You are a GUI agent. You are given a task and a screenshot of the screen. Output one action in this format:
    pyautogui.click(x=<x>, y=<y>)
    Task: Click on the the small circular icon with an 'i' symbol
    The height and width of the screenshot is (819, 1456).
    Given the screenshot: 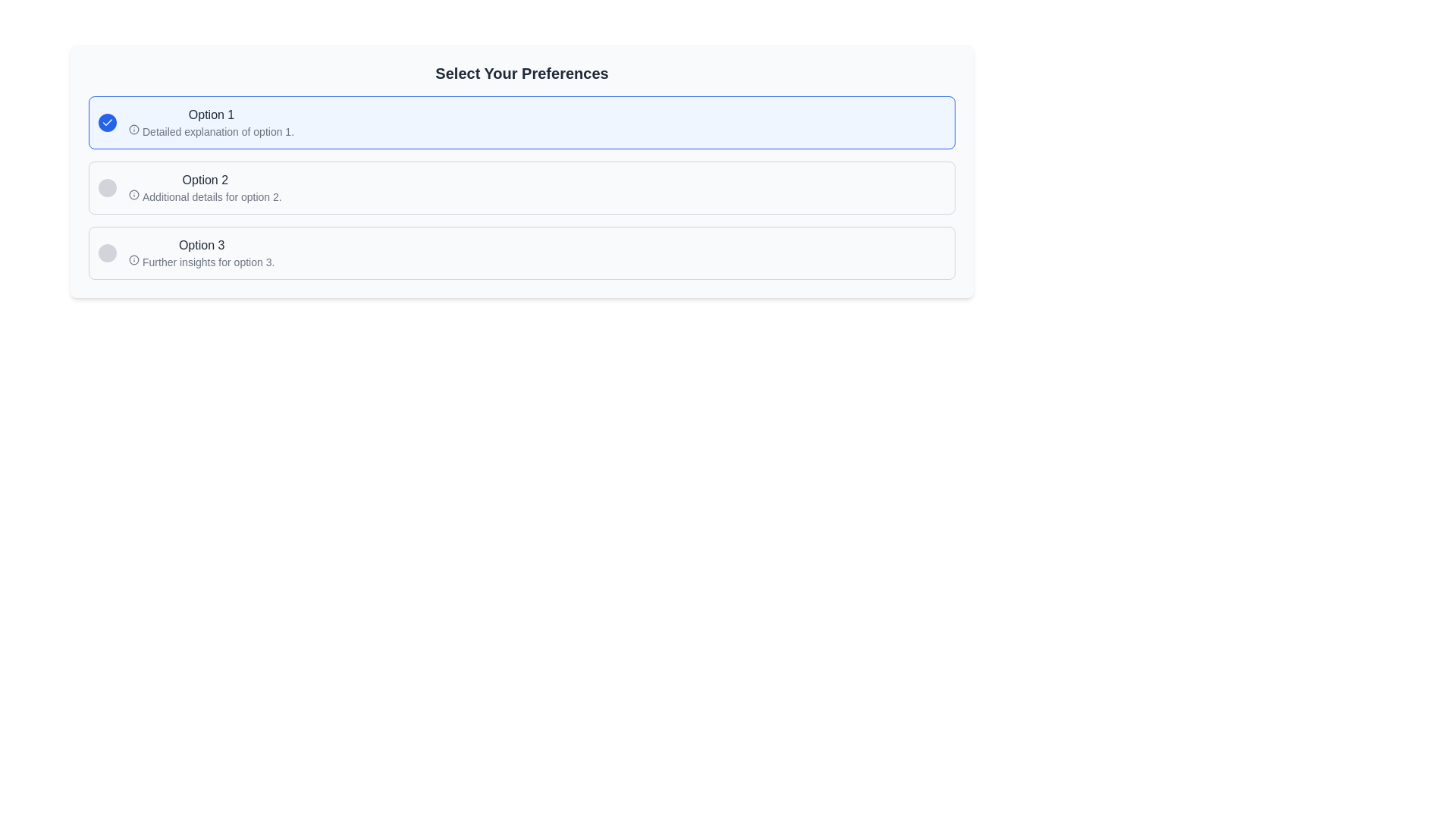 What is the action you would take?
    pyautogui.click(x=134, y=128)
    